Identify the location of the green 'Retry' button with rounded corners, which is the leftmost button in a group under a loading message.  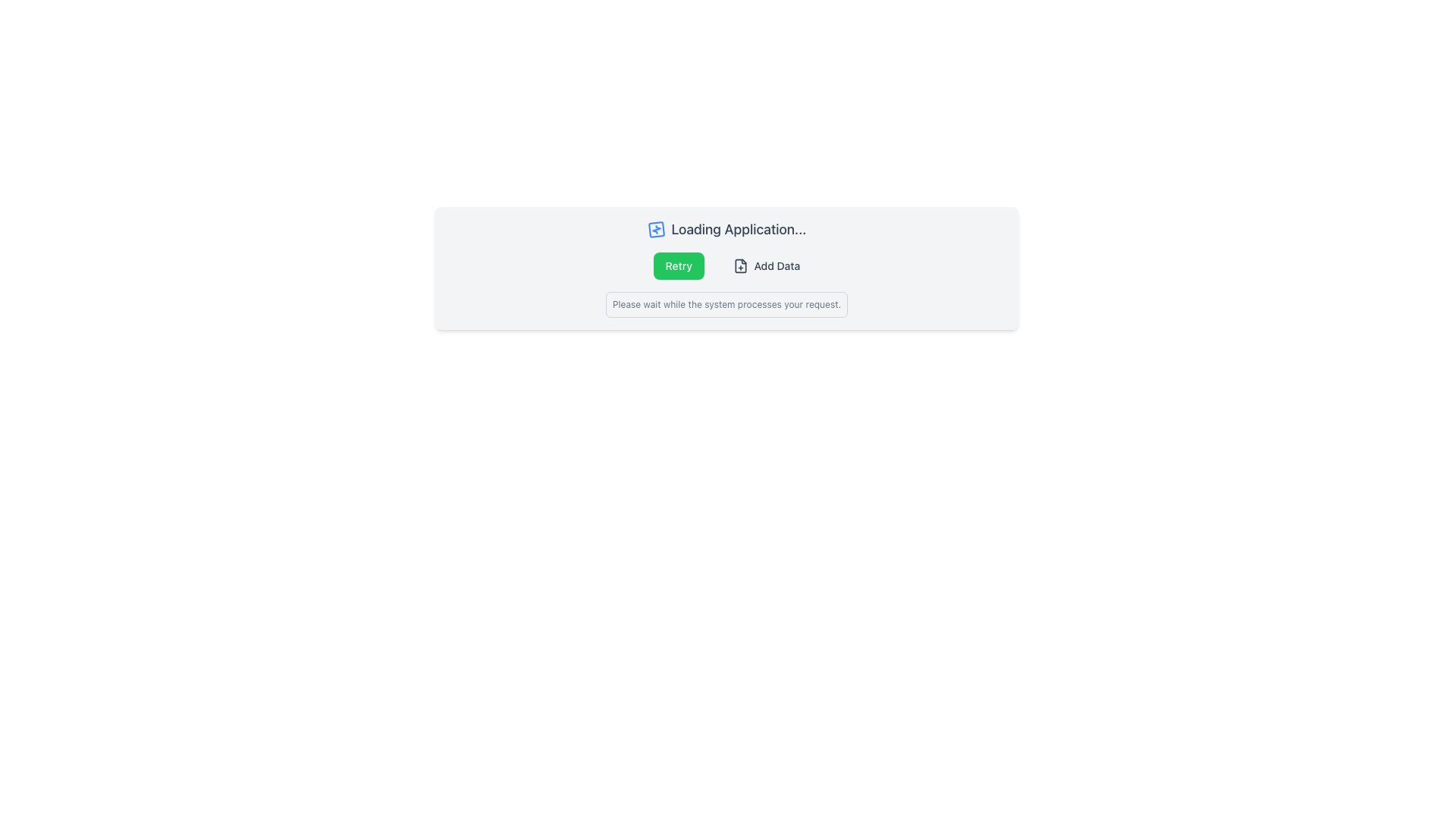
(678, 265).